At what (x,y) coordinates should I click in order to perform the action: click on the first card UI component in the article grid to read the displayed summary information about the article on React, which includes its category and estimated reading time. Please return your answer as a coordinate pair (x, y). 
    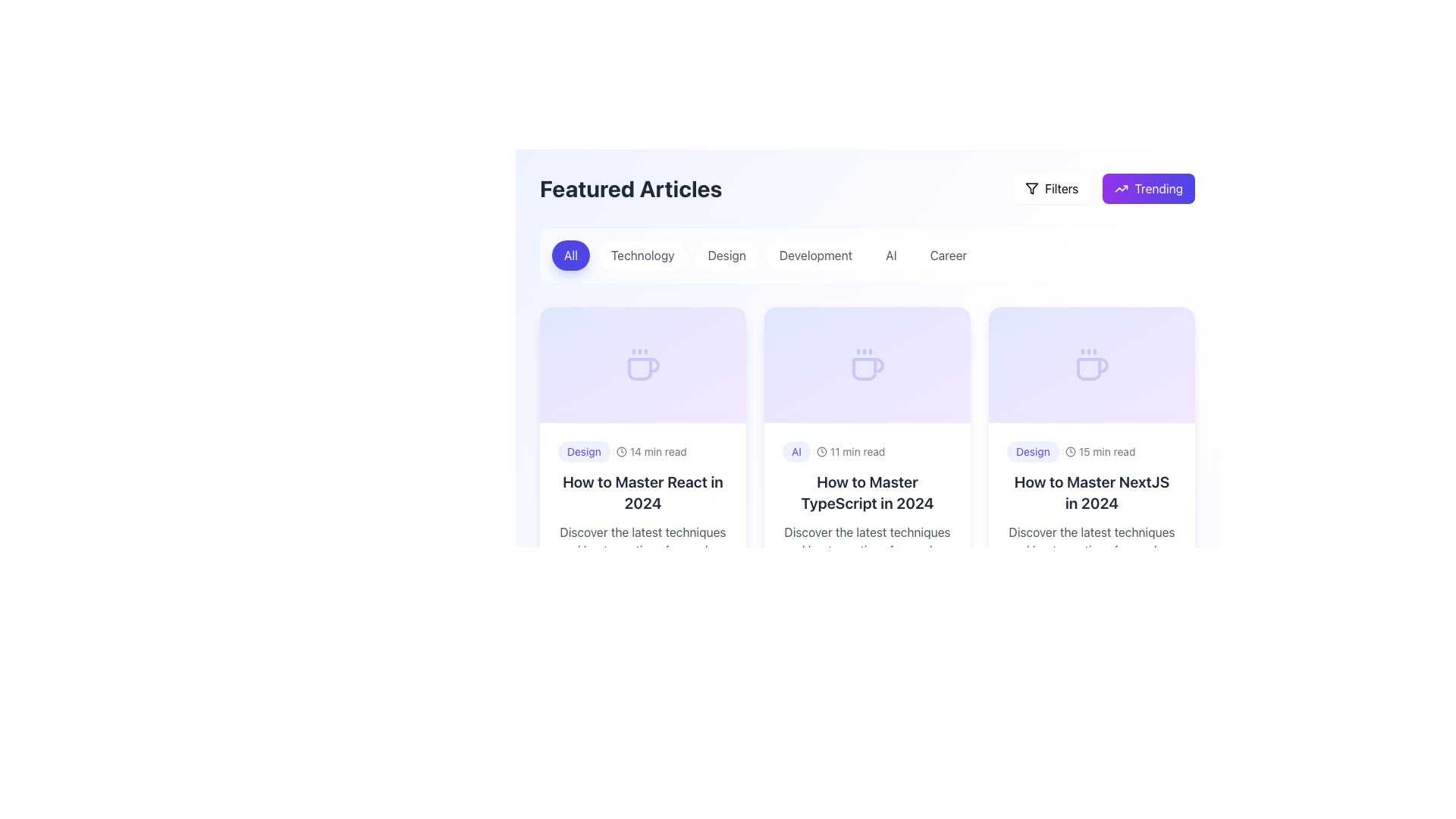
    Looking at the image, I should click on (643, 460).